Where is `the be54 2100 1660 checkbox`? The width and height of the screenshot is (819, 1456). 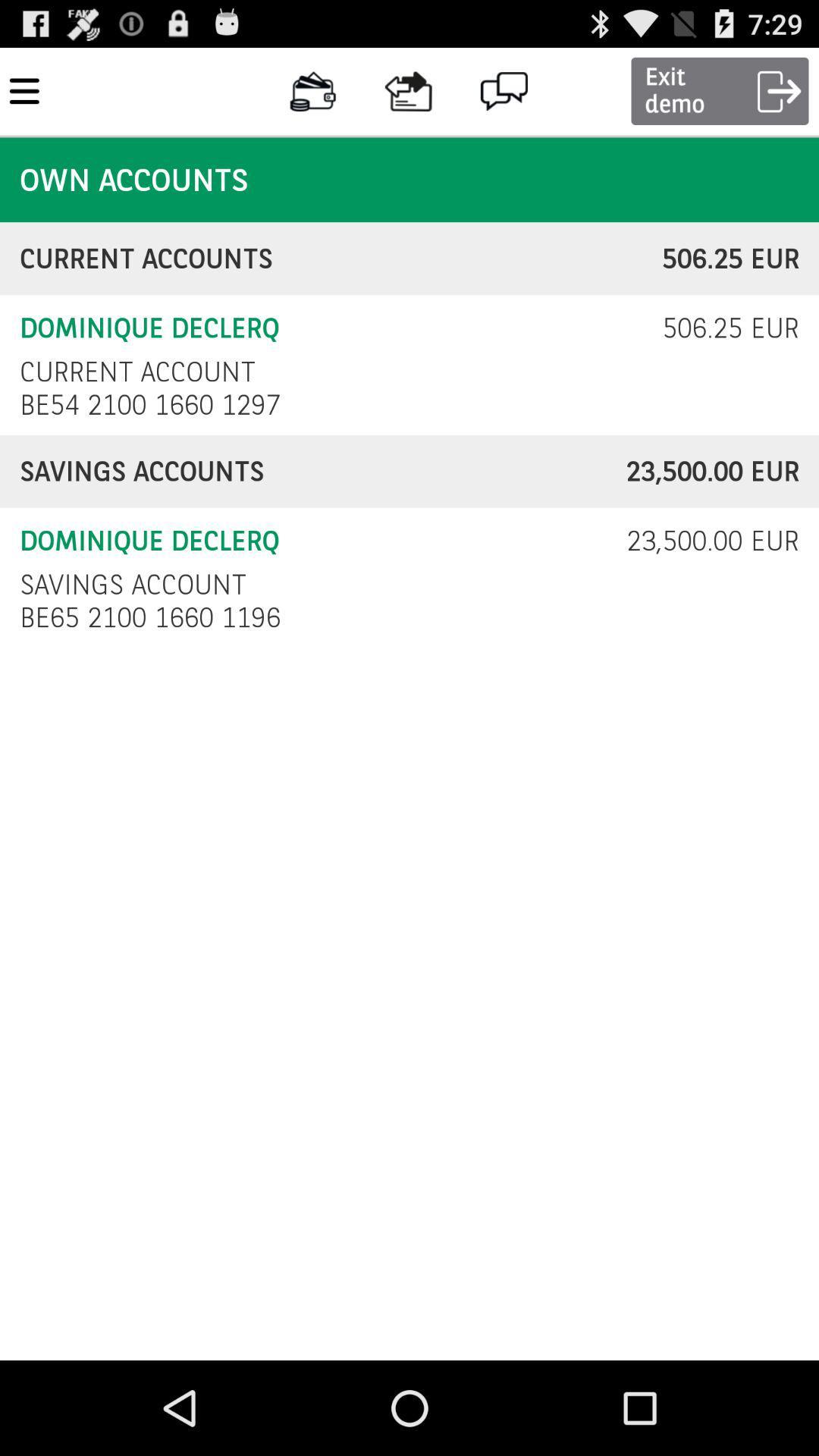
the be54 2100 1660 checkbox is located at coordinates (154, 404).